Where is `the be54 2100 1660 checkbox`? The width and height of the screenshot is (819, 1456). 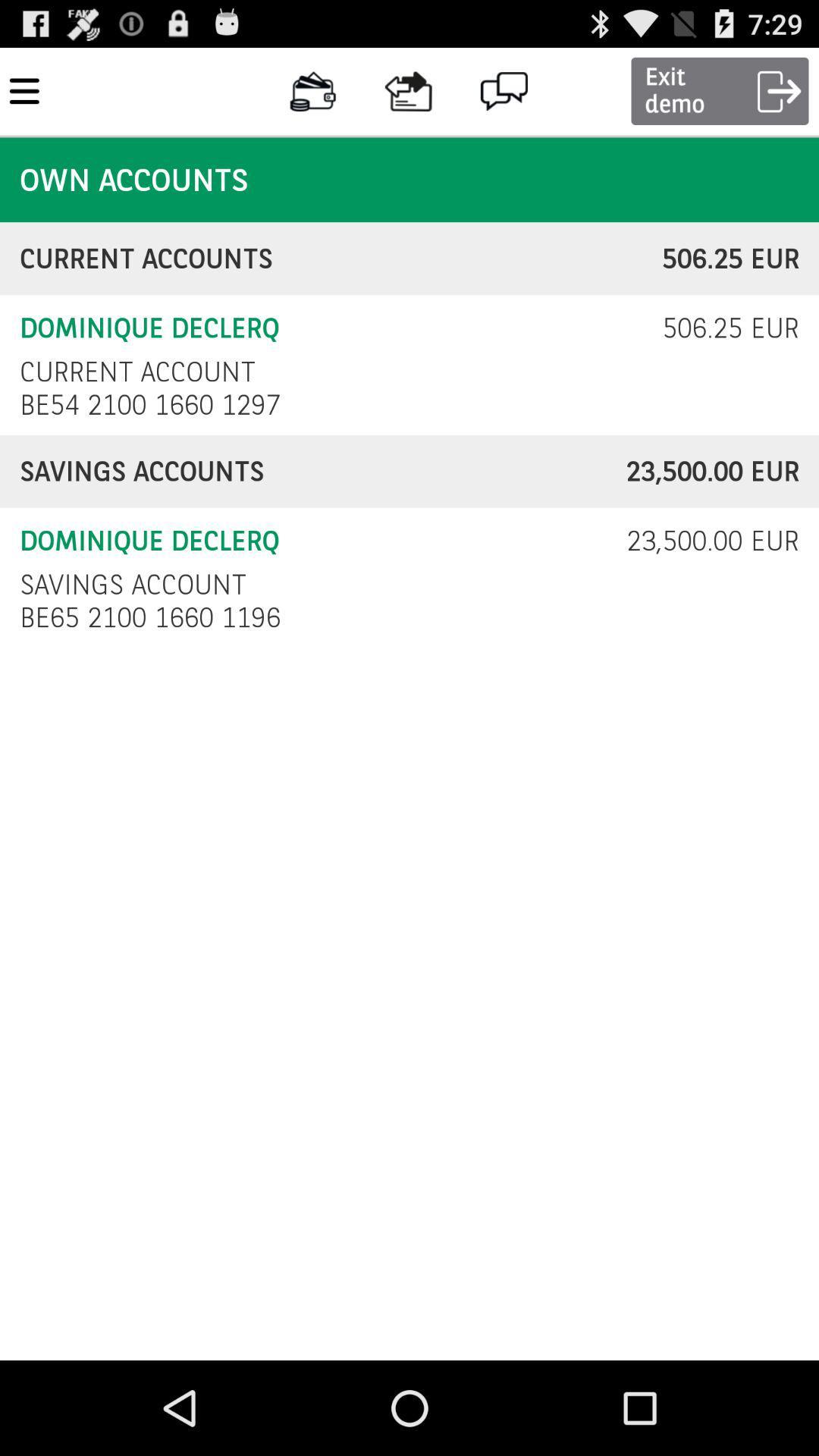
the be54 2100 1660 checkbox is located at coordinates (154, 404).